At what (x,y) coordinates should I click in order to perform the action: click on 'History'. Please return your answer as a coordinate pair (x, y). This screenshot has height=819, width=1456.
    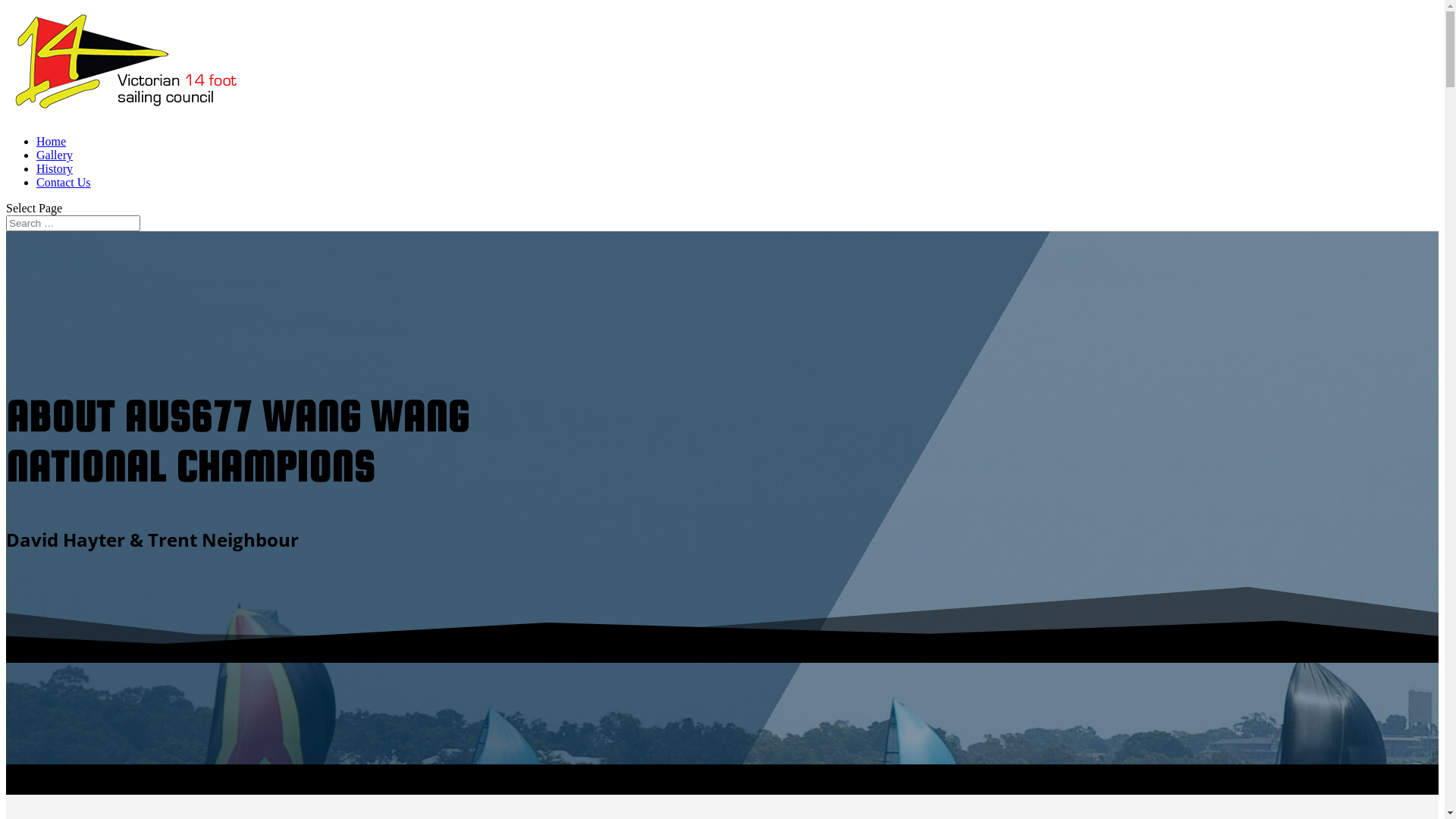
    Looking at the image, I should click on (55, 168).